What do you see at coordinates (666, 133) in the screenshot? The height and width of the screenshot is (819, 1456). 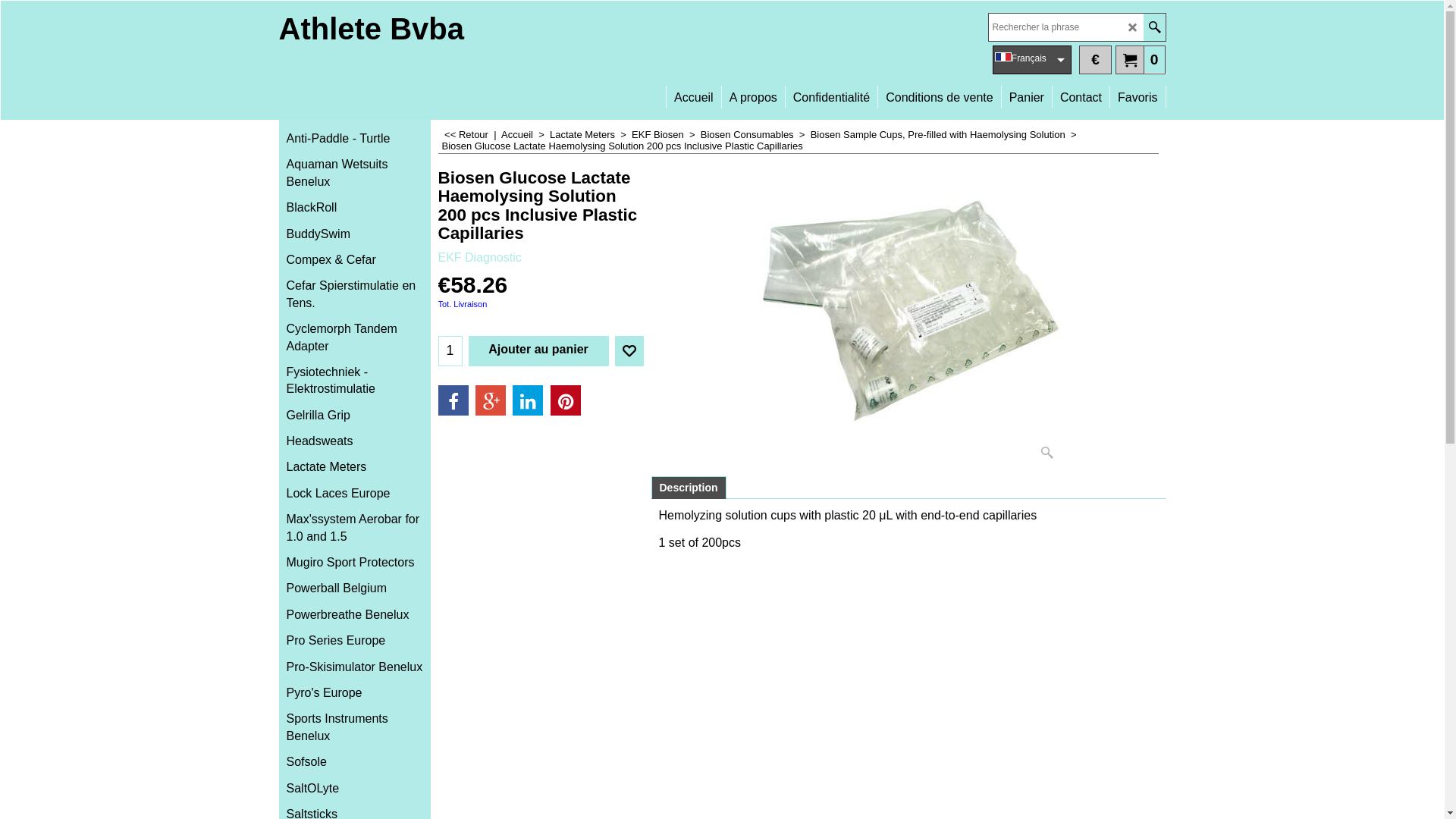 I see `'EKF Biosen  > '` at bounding box center [666, 133].